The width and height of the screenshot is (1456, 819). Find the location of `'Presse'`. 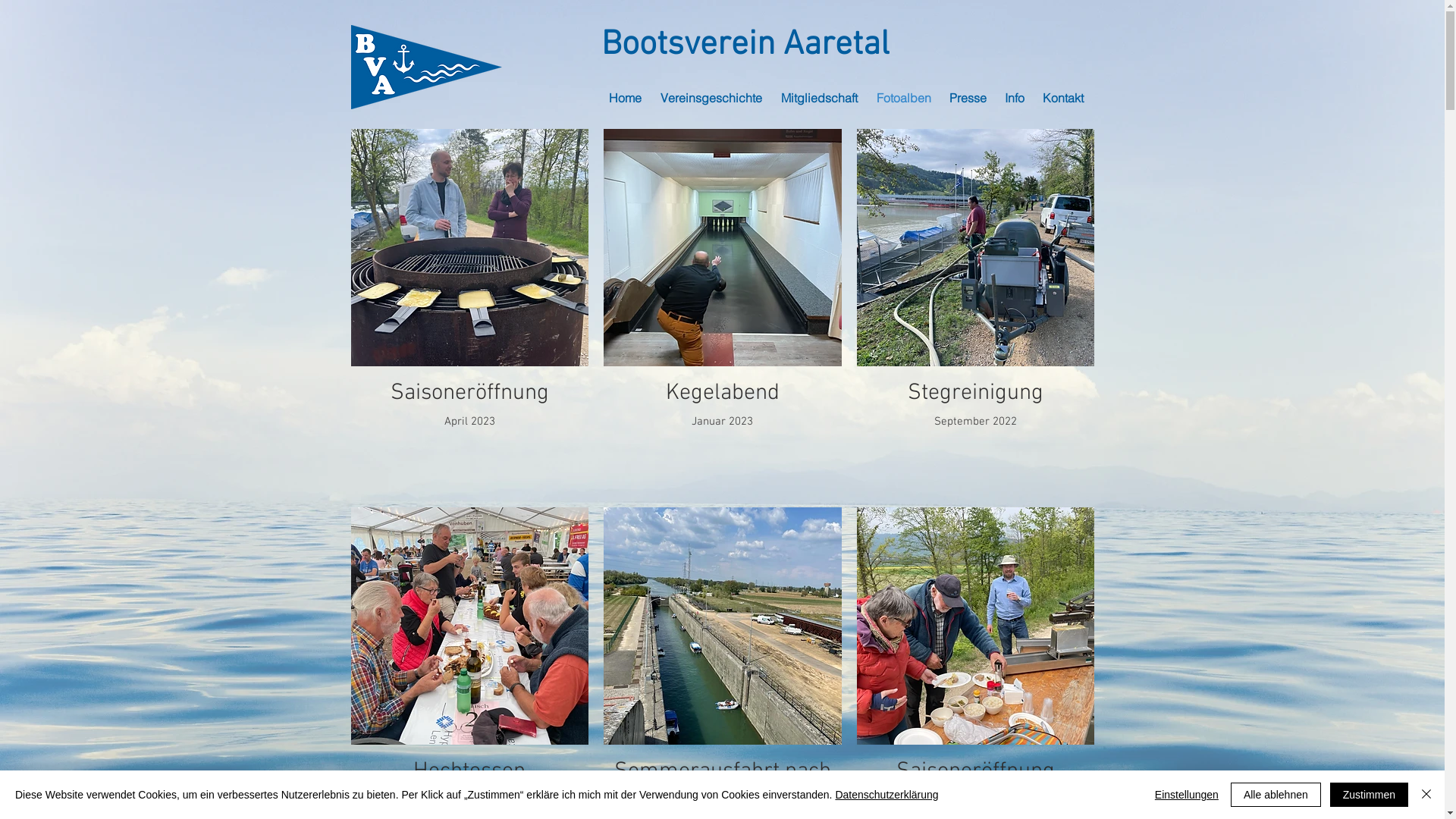

'Presse' is located at coordinates (968, 97).